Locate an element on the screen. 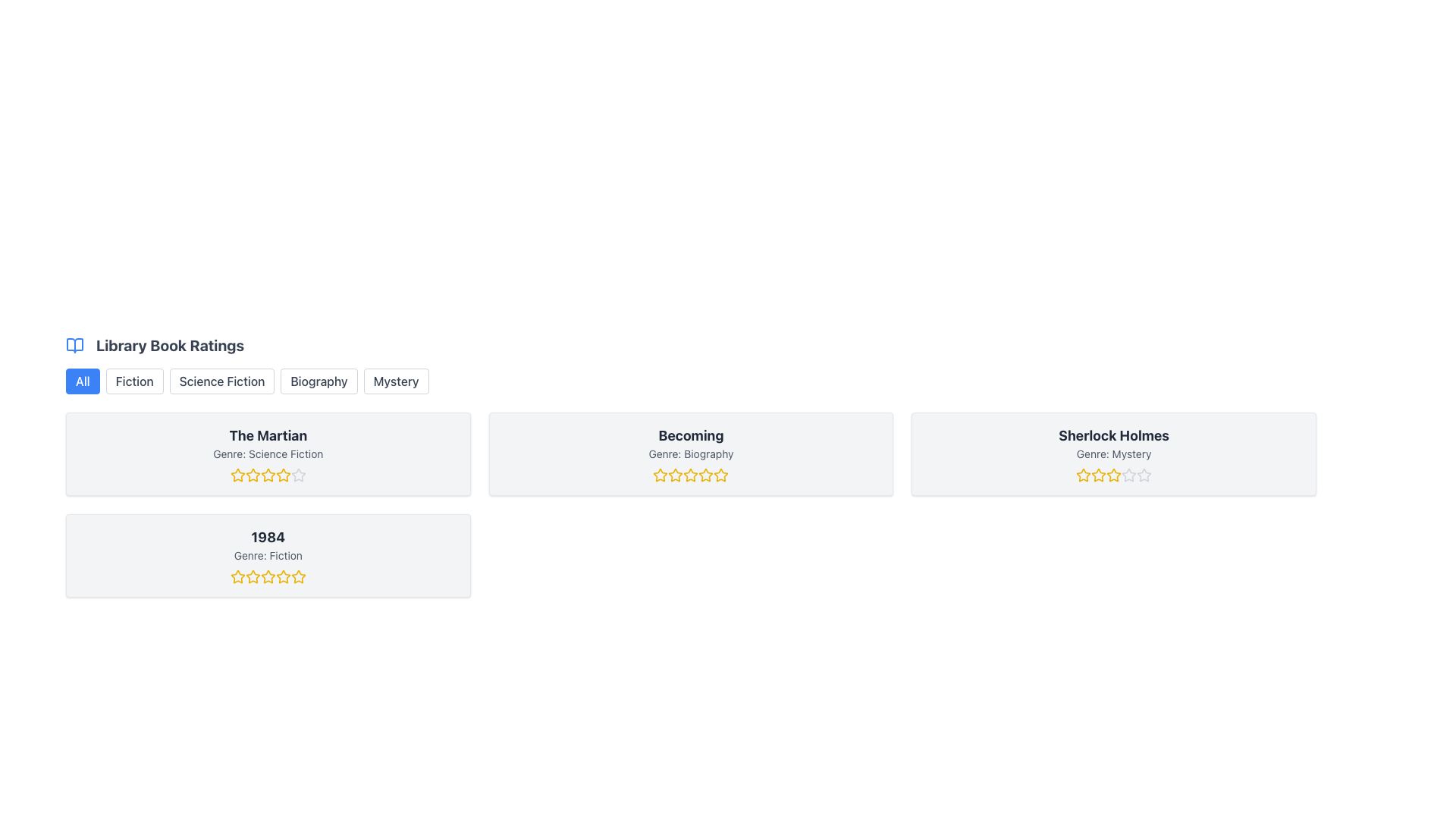 The height and width of the screenshot is (819, 1456). the second star in the rating system for the 'Sherlock Holmes' card to rate it is located at coordinates (1099, 474).